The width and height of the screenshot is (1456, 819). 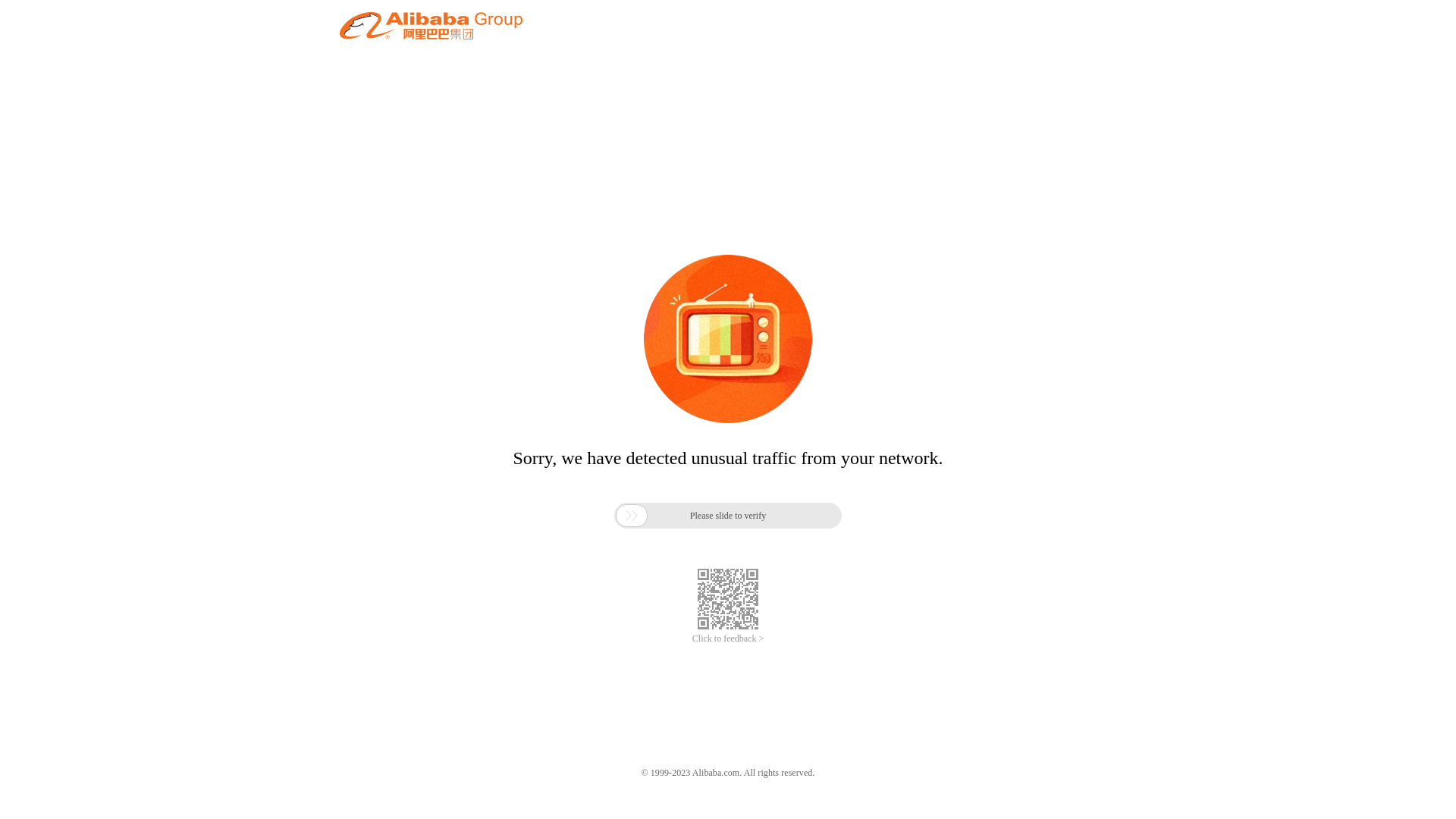 What do you see at coordinates (691, 639) in the screenshot?
I see `'Click to feedback >'` at bounding box center [691, 639].